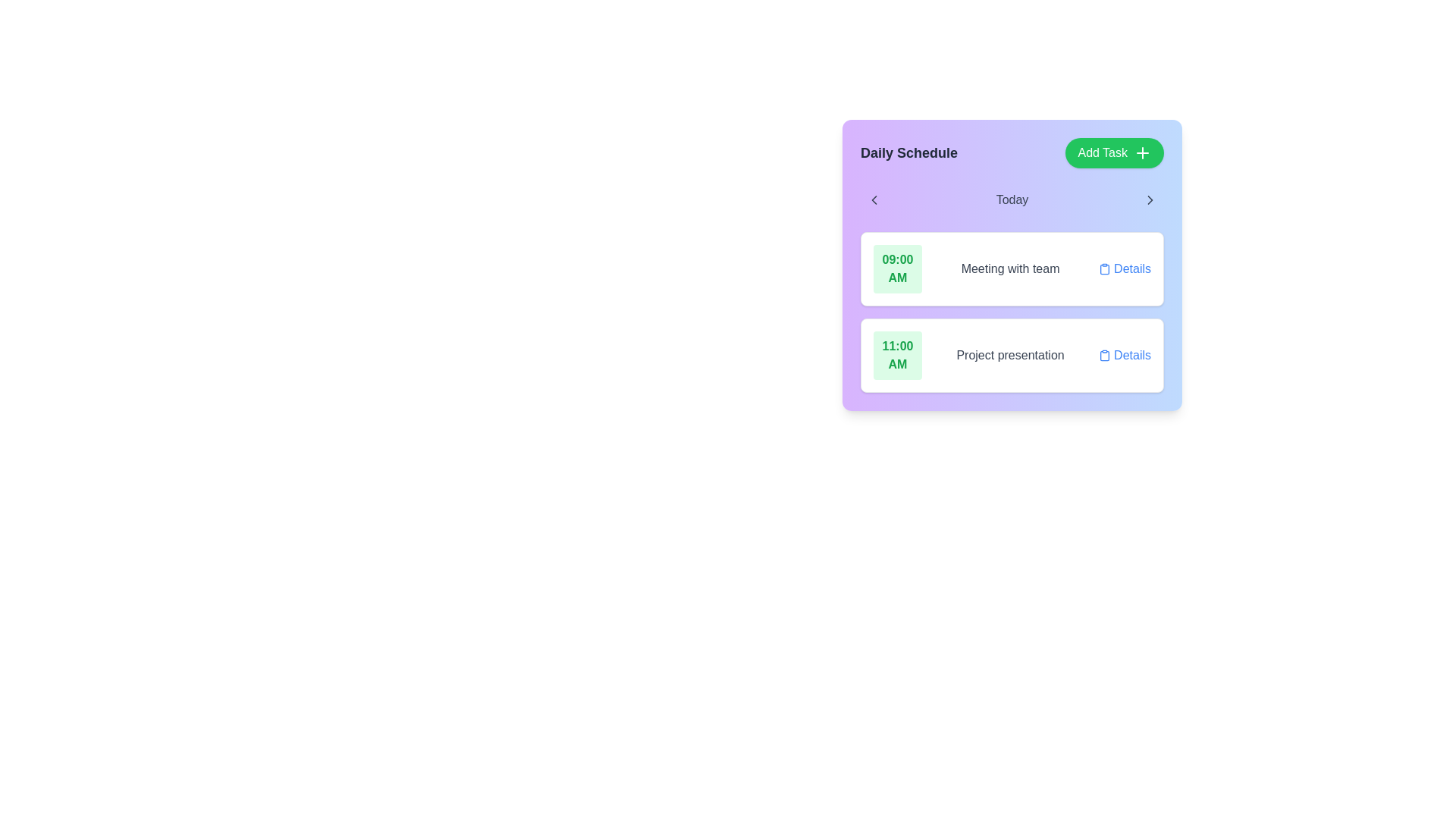 This screenshot has width=1456, height=819. I want to click on the small left-facing chevron arrow button located in the upper-left corner of the section titled 'Today', so click(874, 199).